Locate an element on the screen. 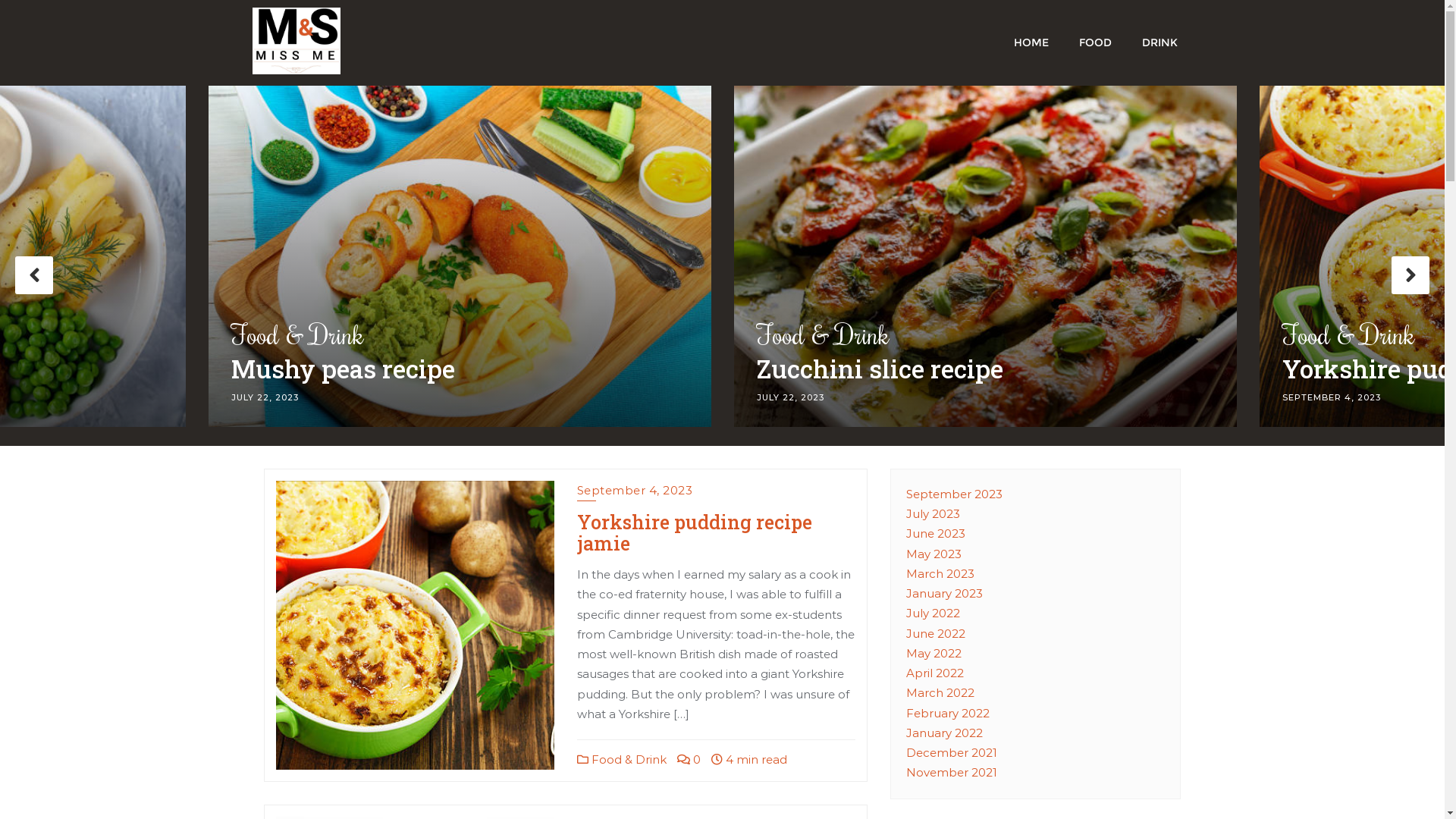 Image resolution: width=1456 pixels, height=819 pixels. 'September 2023' is located at coordinates (953, 494).